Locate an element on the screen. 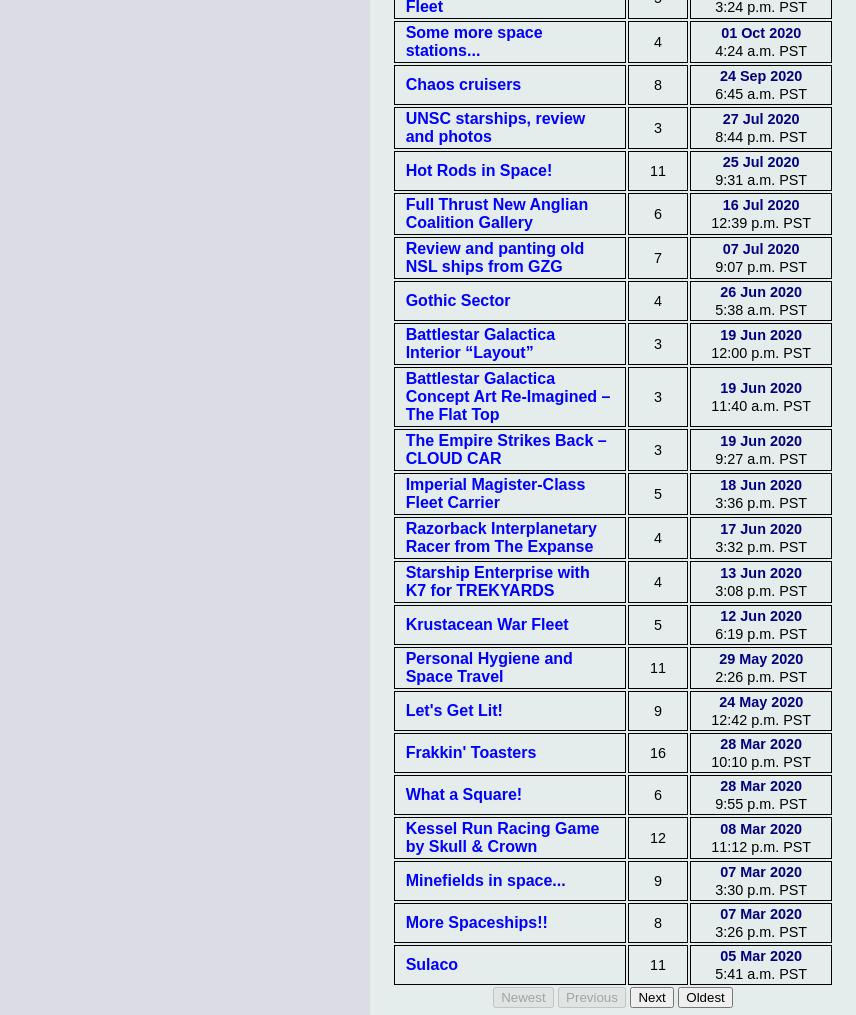  '6:19 p.m. PST' is located at coordinates (759, 632).